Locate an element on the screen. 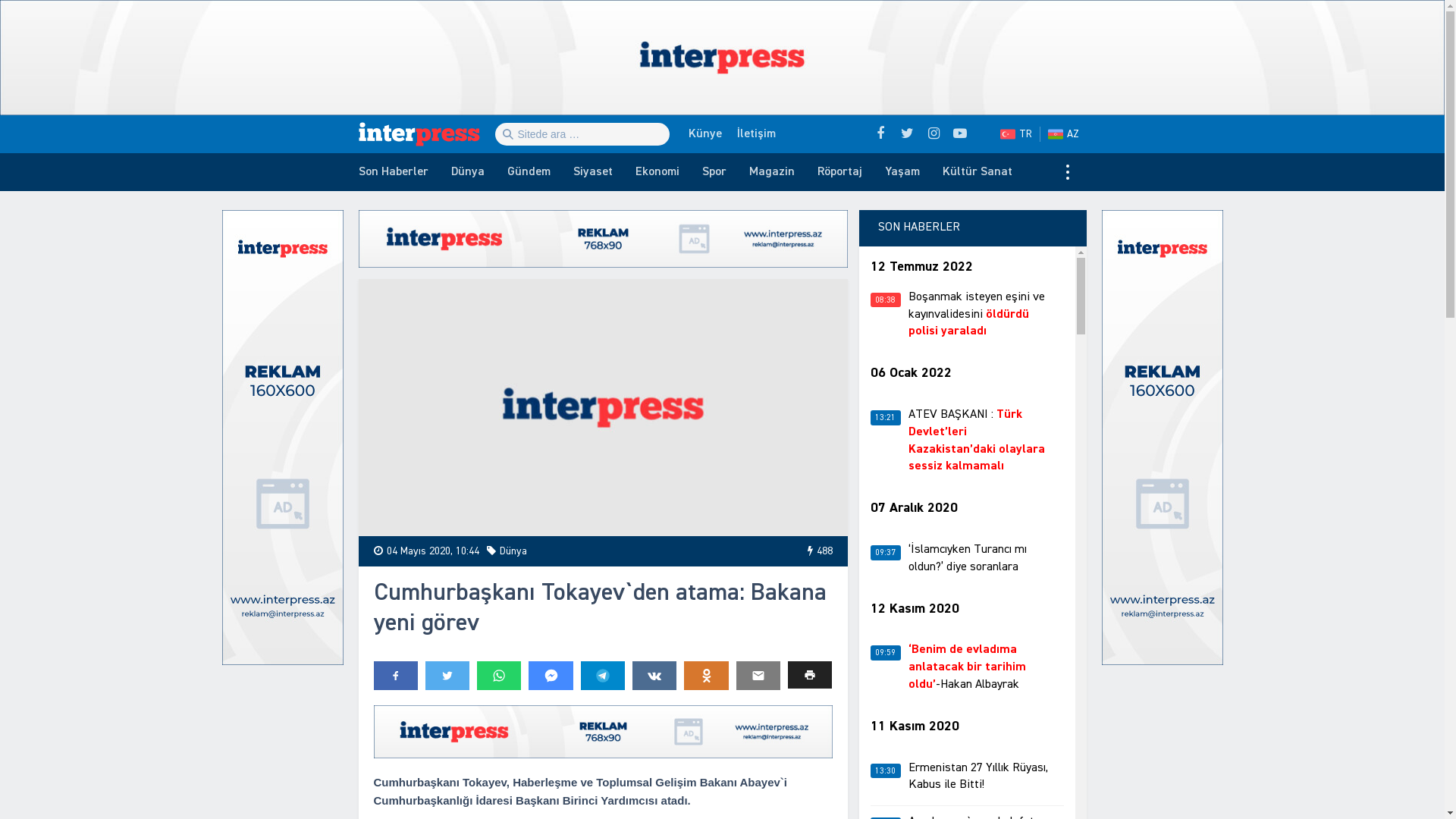 Image resolution: width=1456 pixels, height=819 pixels. 'Share: Odnoklassniki' is located at coordinates (705, 675).